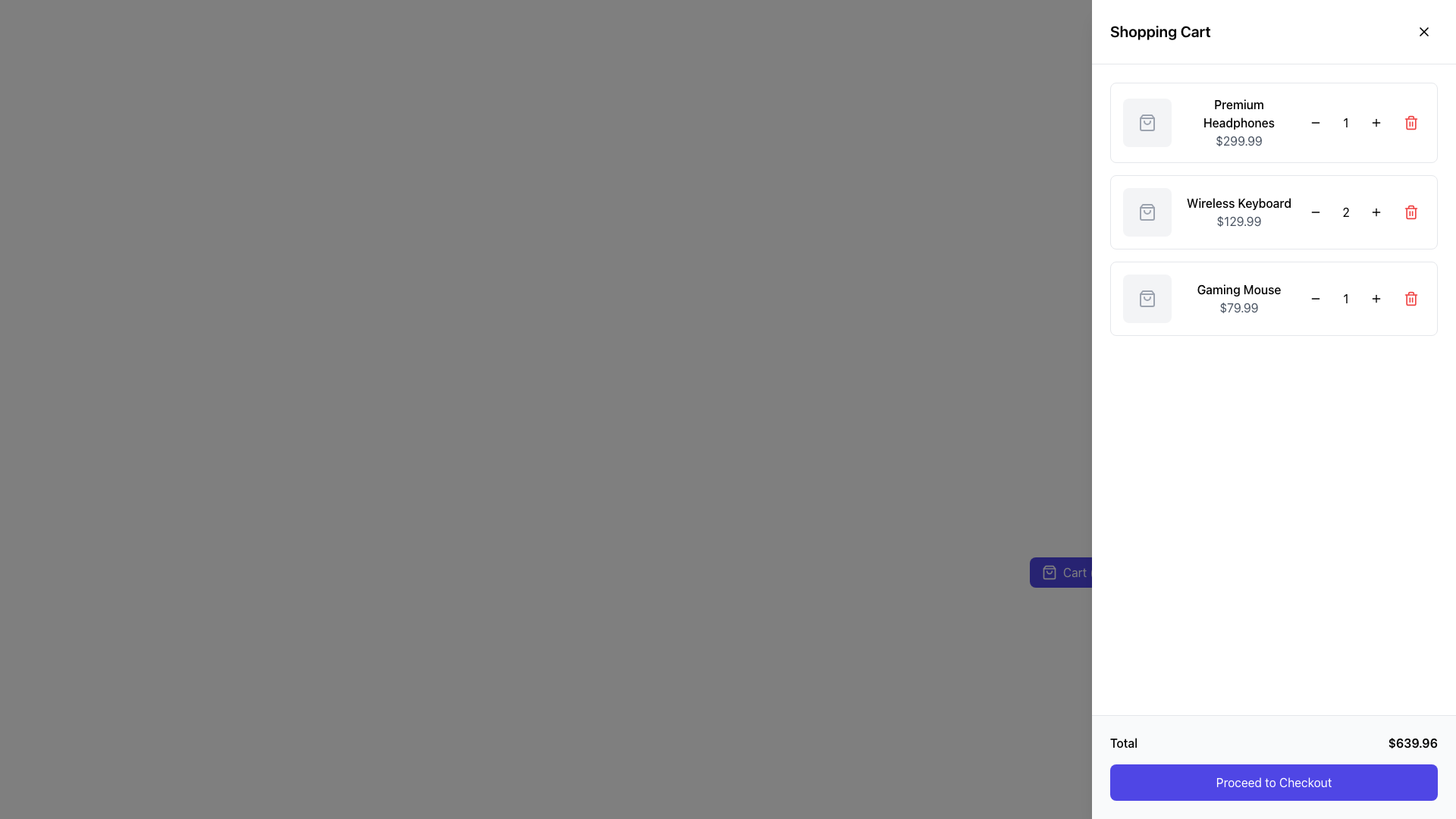 Image resolution: width=1456 pixels, height=819 pixels. What do you see at coordinates (1084, 573) in the screenshot?
I see `text displayed on the shopping cart's item count label located in the lower section of the right-hand shopping cart panel, positioned to the right of the shopping bag icon` at bounding box center [1084, 573].